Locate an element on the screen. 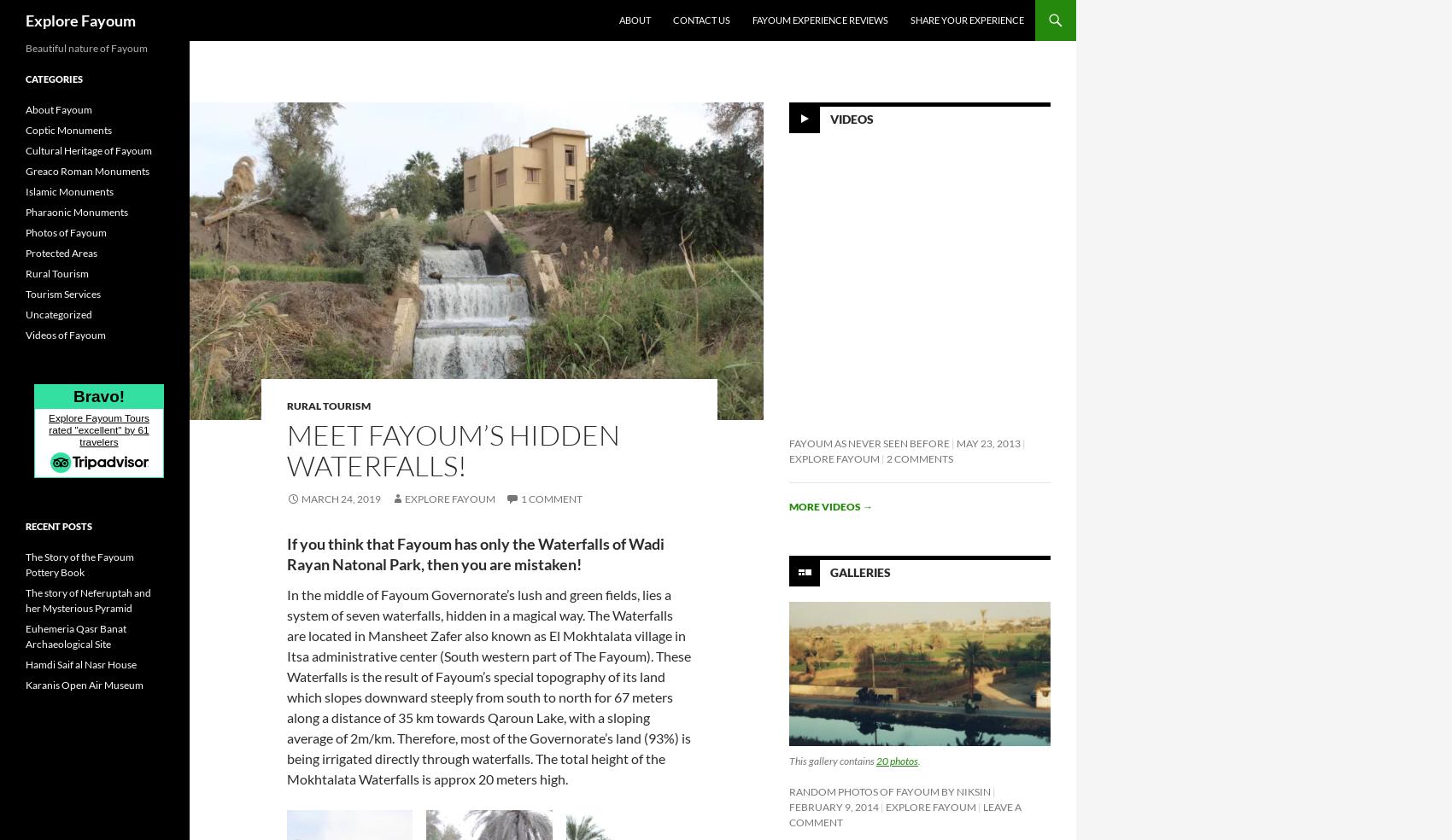  '2 Comments' is located at coordinates (919, 458).